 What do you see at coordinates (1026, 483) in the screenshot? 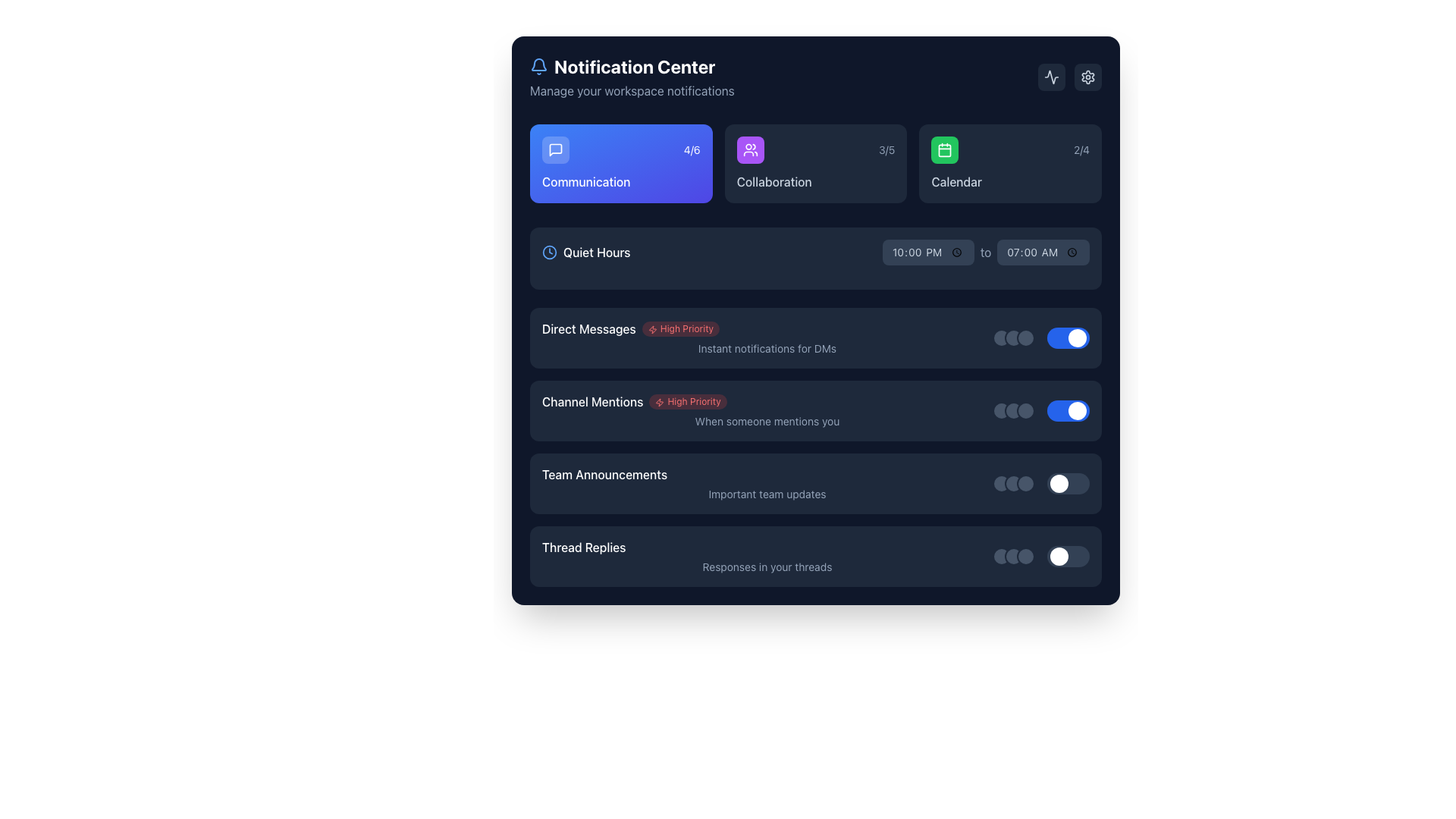
I see `the third circular selector or indicator with a dark gray fill and a lighter gray border, located below the 'Team Announcements' section` at bounding box center [1026, 483].